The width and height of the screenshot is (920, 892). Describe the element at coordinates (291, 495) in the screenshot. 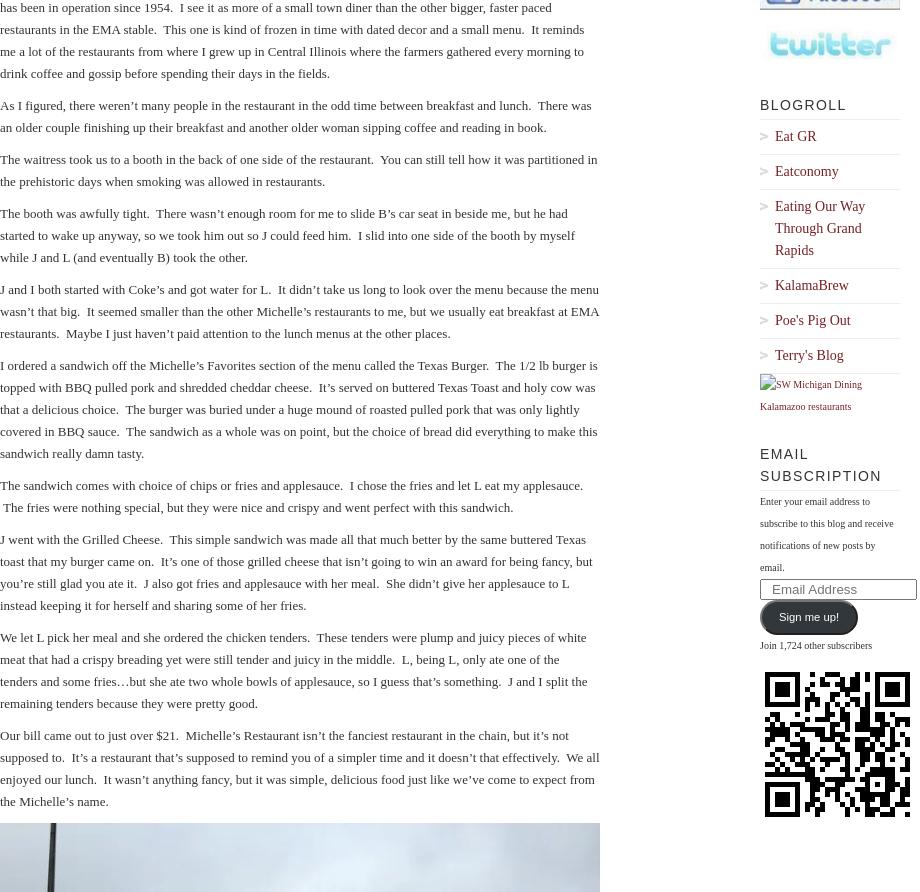

I see `'The sandwich comes with choice of chips or fries and applesauce.  I chose the fries and let L eat my applesauce.  The fries were nothing special, but they were nice and crispy and went perfect with this sandwich.'` at that location.